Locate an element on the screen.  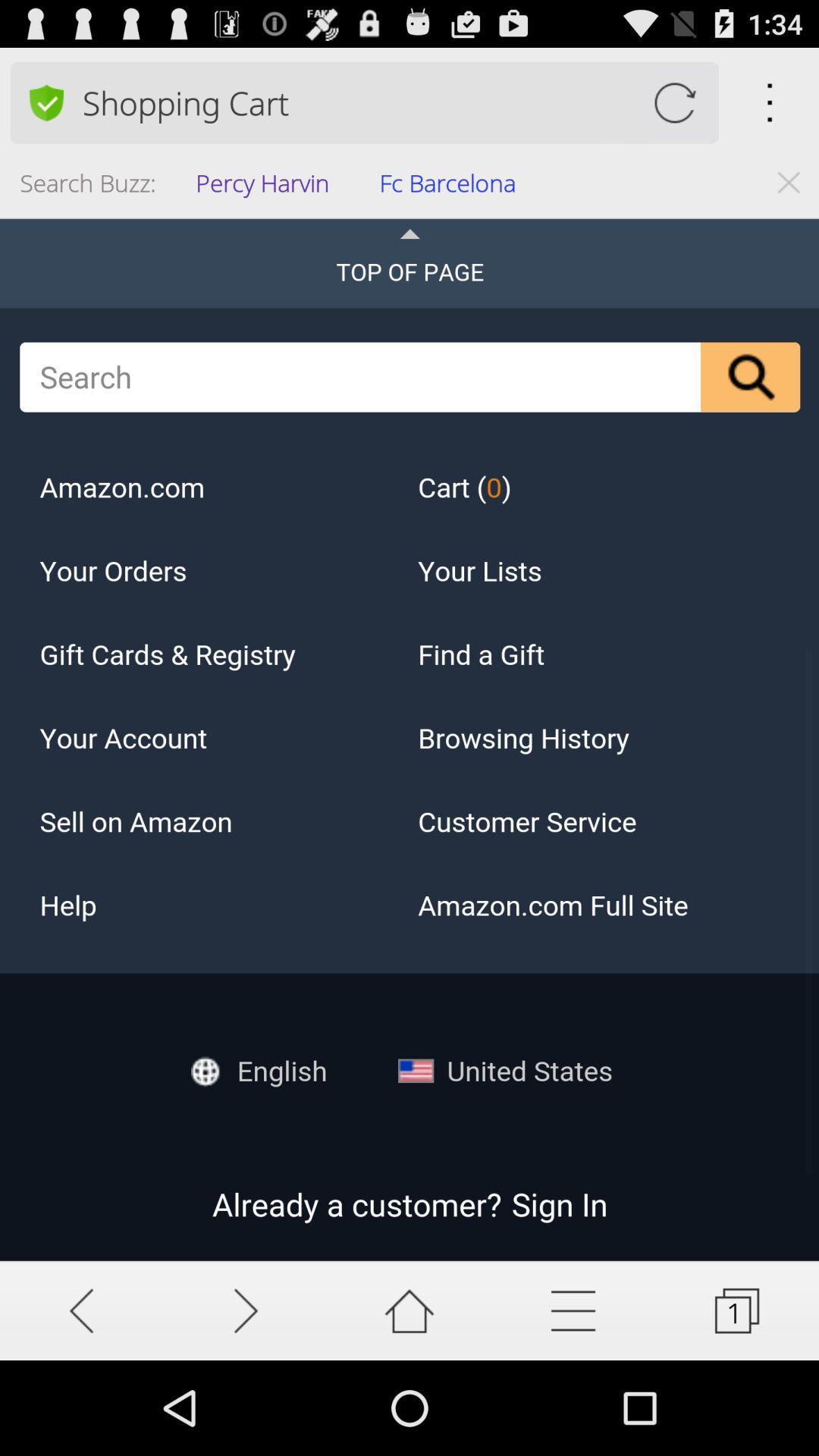
item below shopping cart app is located at coordinates (452, 187).